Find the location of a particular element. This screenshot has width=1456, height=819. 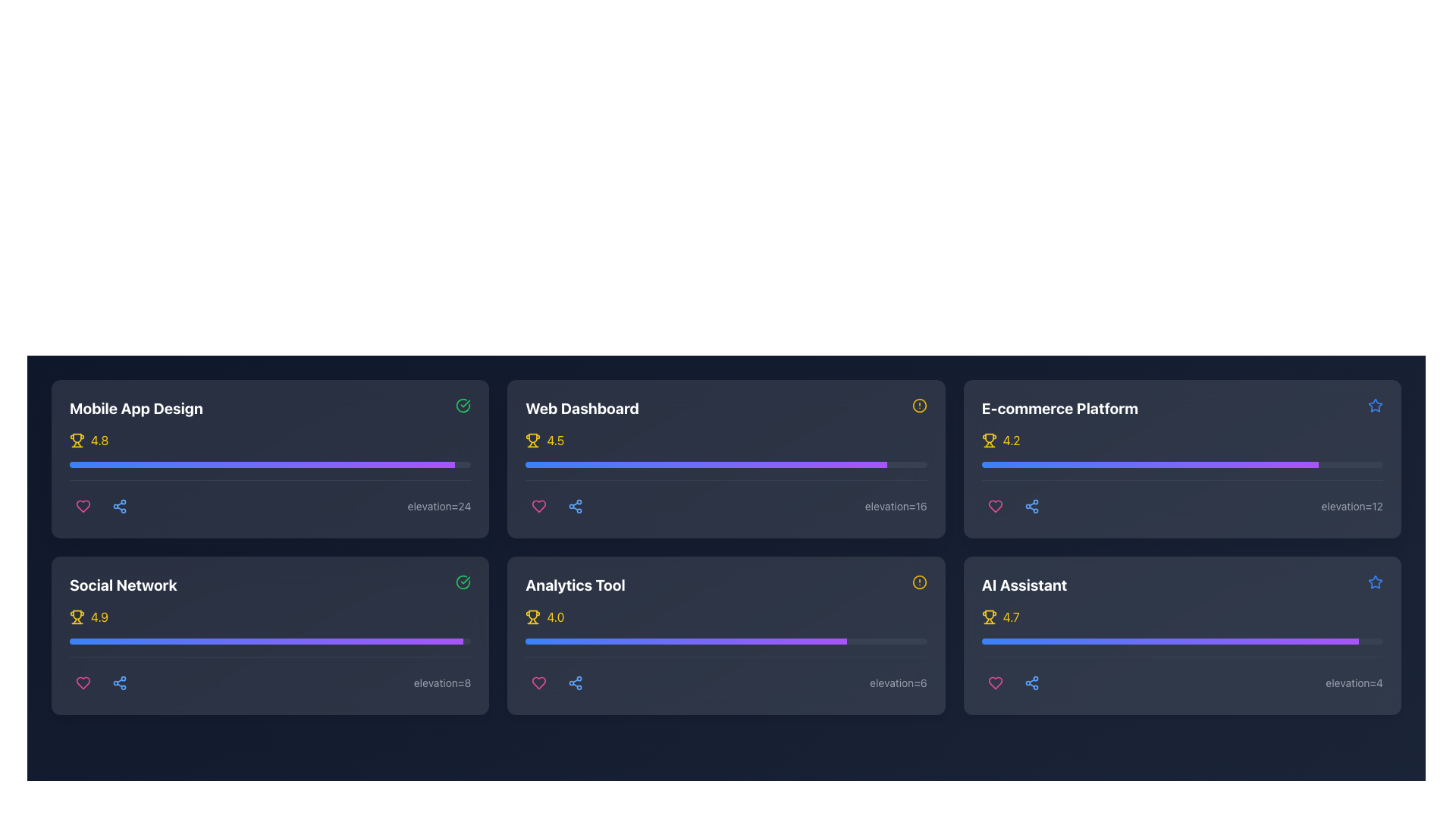

the share icon located in the bottom center of the 'AI Assistant' card to initiate a share prompt is located at coordinates (1031, 683).